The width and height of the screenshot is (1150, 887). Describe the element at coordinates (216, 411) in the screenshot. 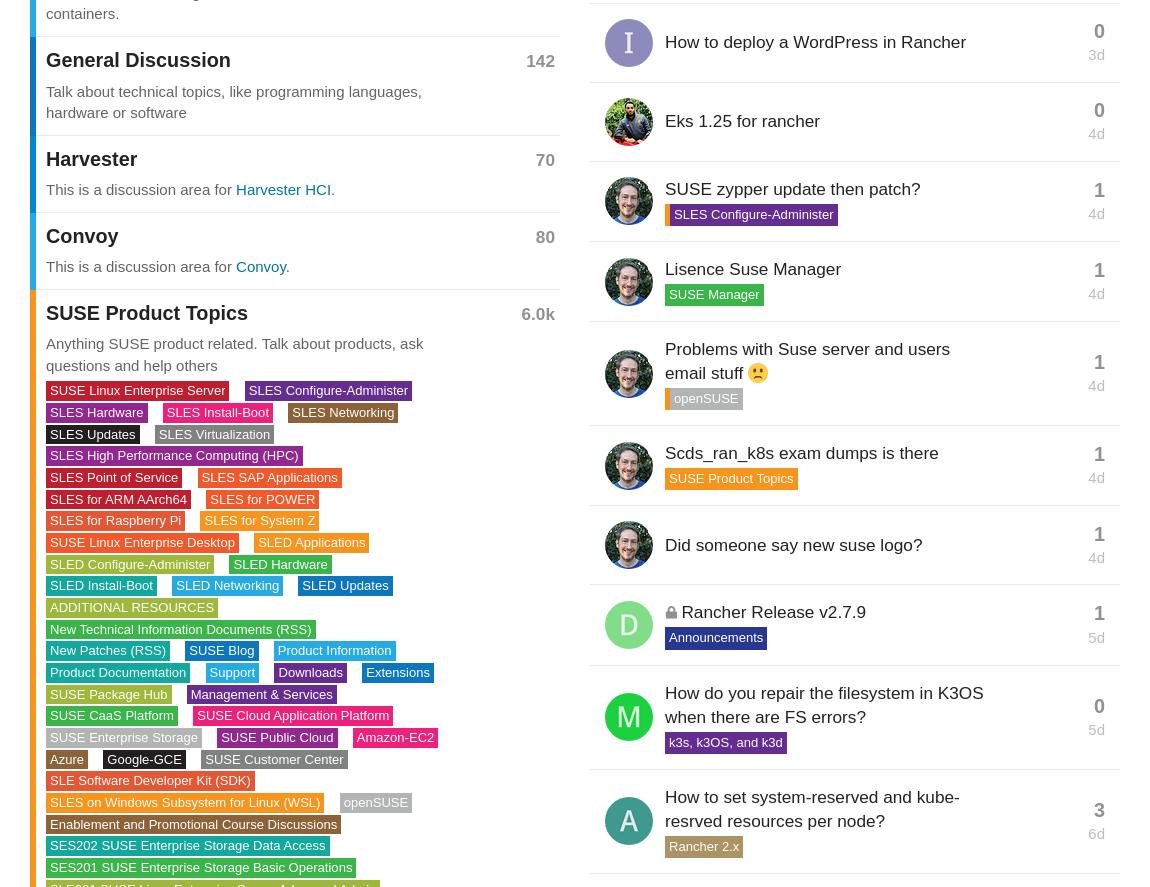

I see `'SLES Install-Boot'` at that location.